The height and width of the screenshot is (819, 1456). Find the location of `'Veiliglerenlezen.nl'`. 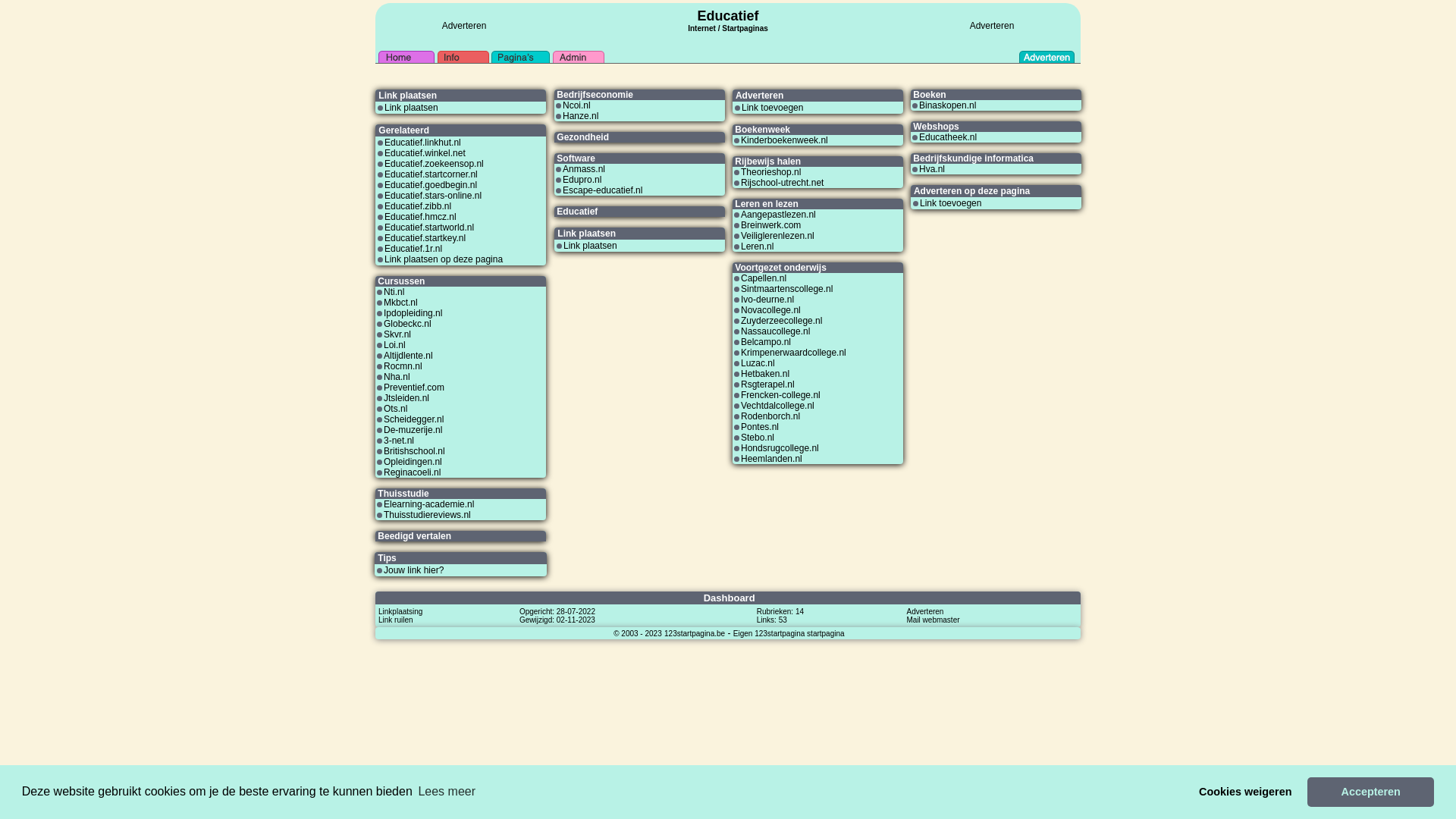

'Veiliglerenlezen.nl' is located at coordinates (777, 236).